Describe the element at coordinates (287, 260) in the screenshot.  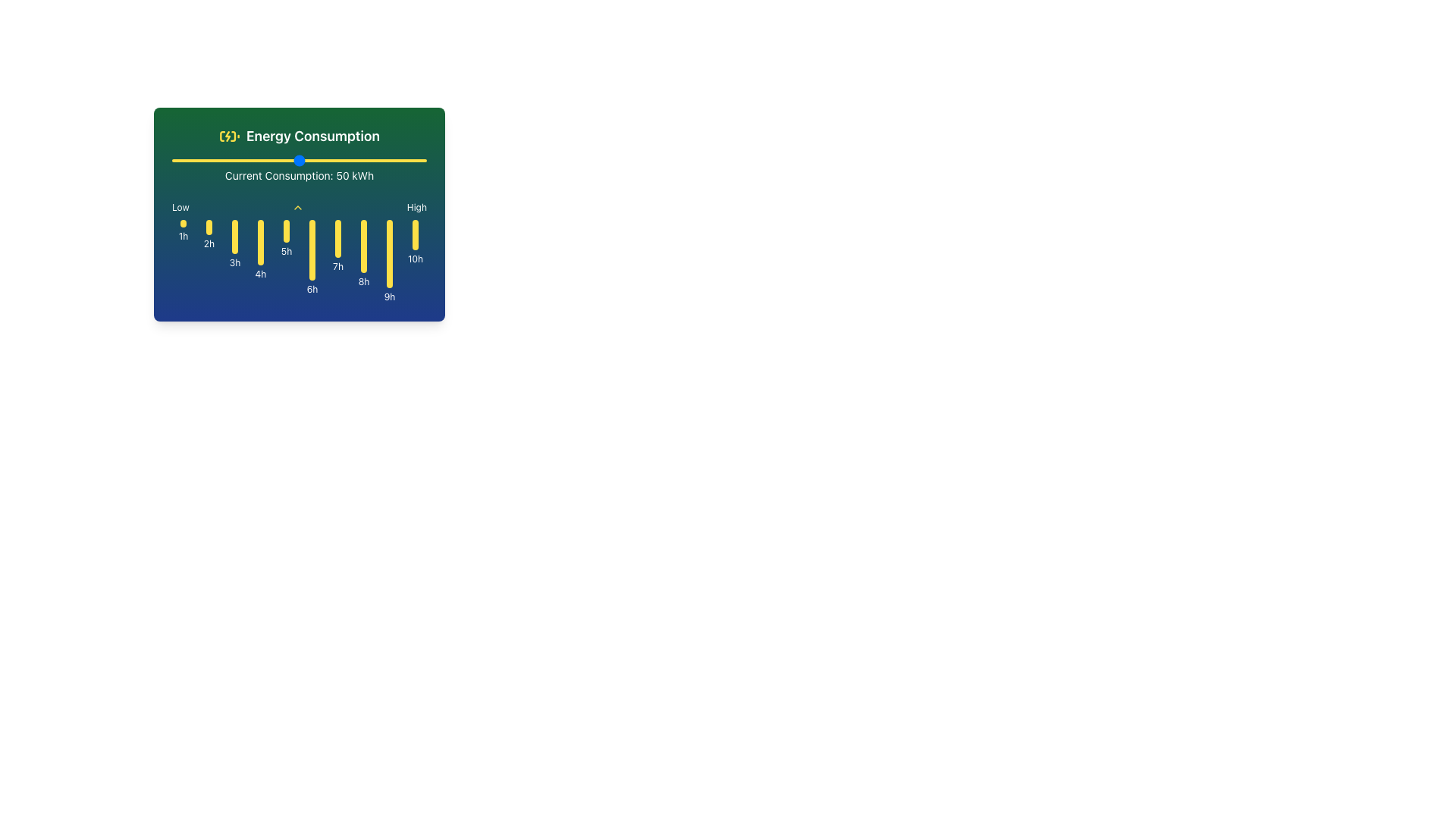
I see `the vertical yellow bar with rounded ends that is centered above the text '5h', located in the fifth column of a series of ten columns` at that location.